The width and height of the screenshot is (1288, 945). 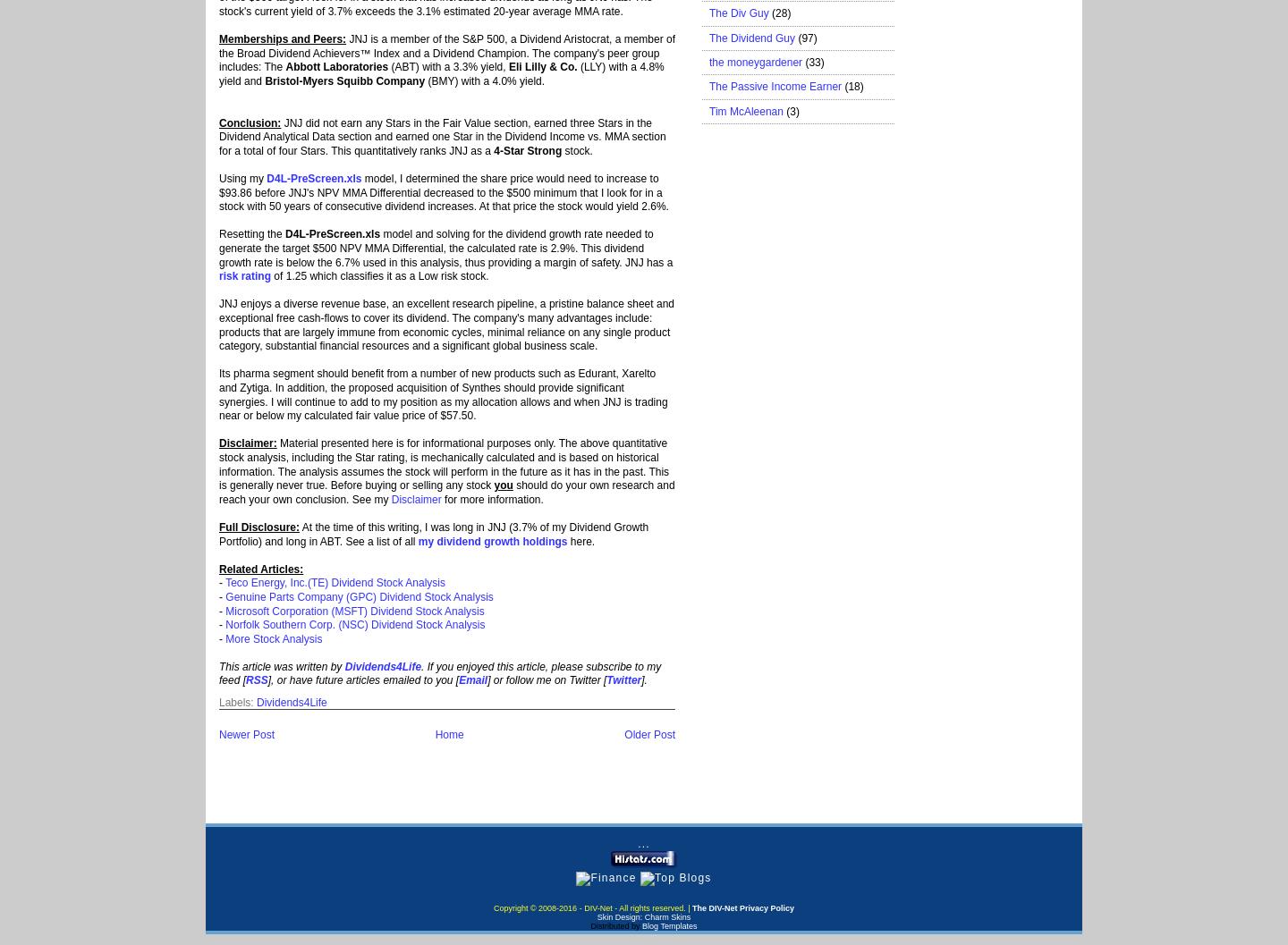 What do you see at coordinates (445, 247) in the screenshot?
I see `'model and solving for the dividend growth rate needed to generate the target $500 NPV MMA Differential, the calculated rate is 2.9%. This dividend growth rate is below the 6.7% used in this analysis, thus providing a margin of safety. JNJ has a'` at bounding box center [445, 247].